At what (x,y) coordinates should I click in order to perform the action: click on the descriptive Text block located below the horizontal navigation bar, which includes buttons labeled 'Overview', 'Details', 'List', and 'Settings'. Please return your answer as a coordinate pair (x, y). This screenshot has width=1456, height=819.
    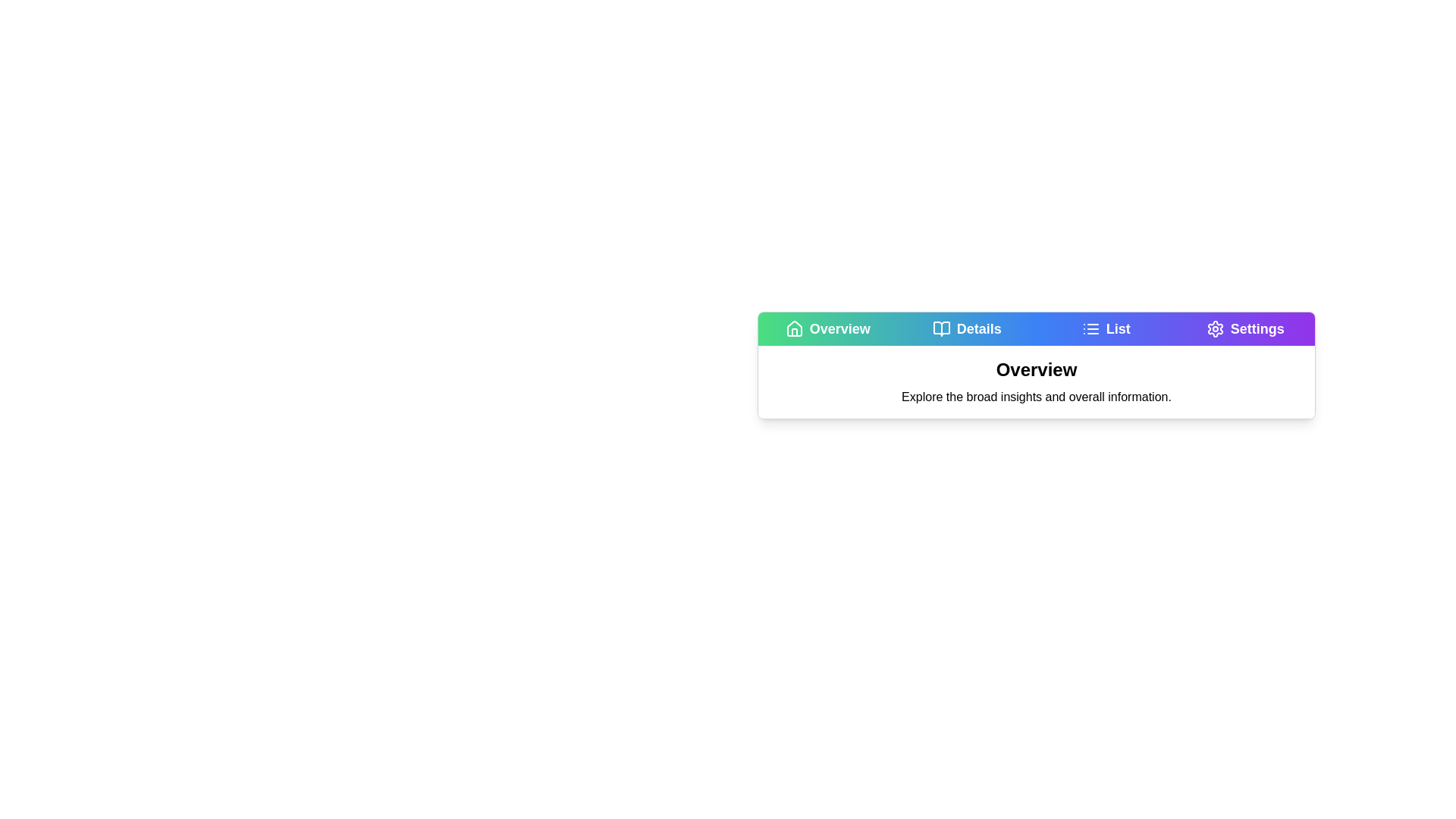
    Looking at the image, I should click on (1036, 381).